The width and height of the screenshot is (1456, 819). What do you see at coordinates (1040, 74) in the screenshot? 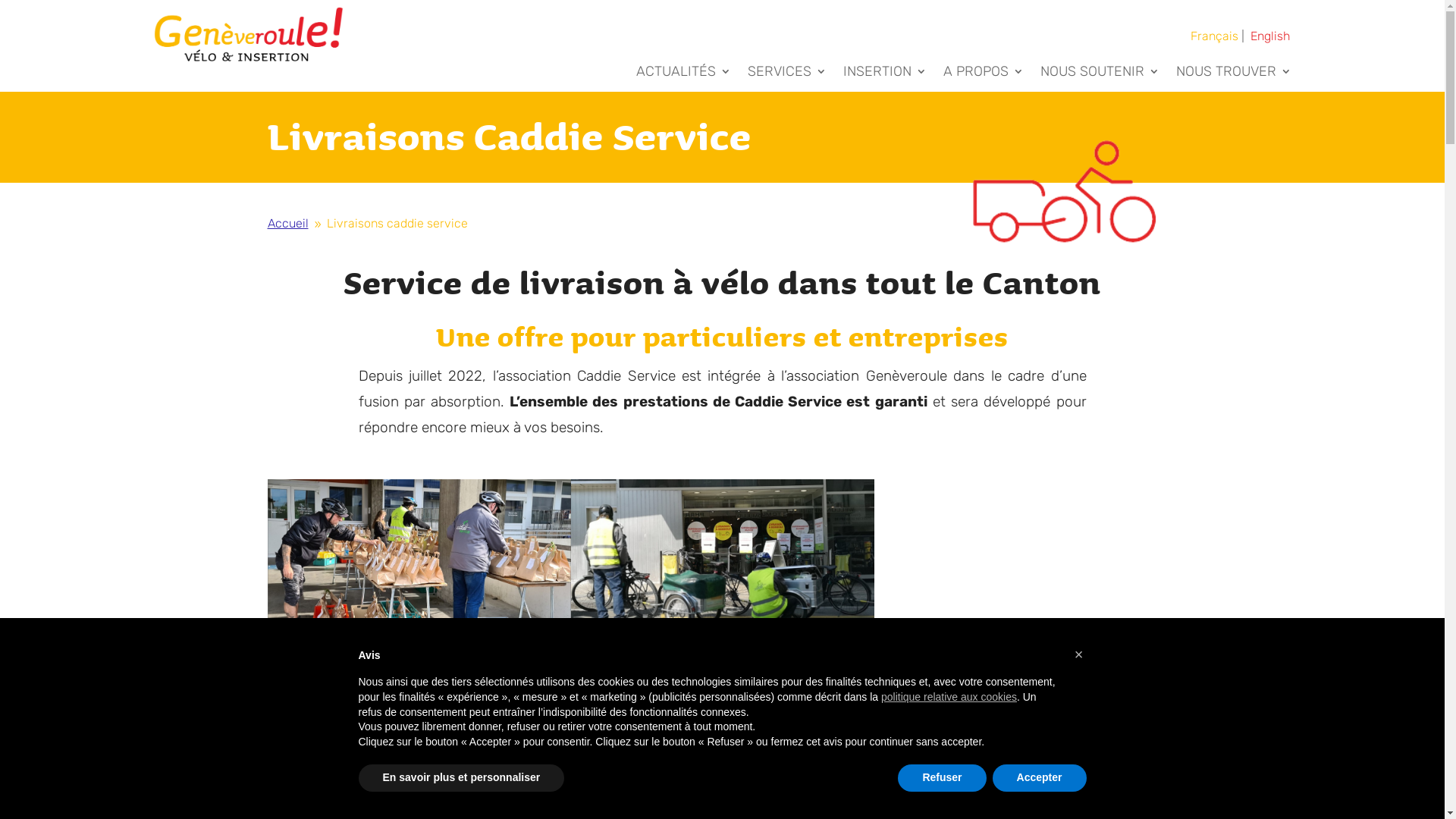
I see `'NOUS SOUTENIR'` at bounding box center [1040, 74].